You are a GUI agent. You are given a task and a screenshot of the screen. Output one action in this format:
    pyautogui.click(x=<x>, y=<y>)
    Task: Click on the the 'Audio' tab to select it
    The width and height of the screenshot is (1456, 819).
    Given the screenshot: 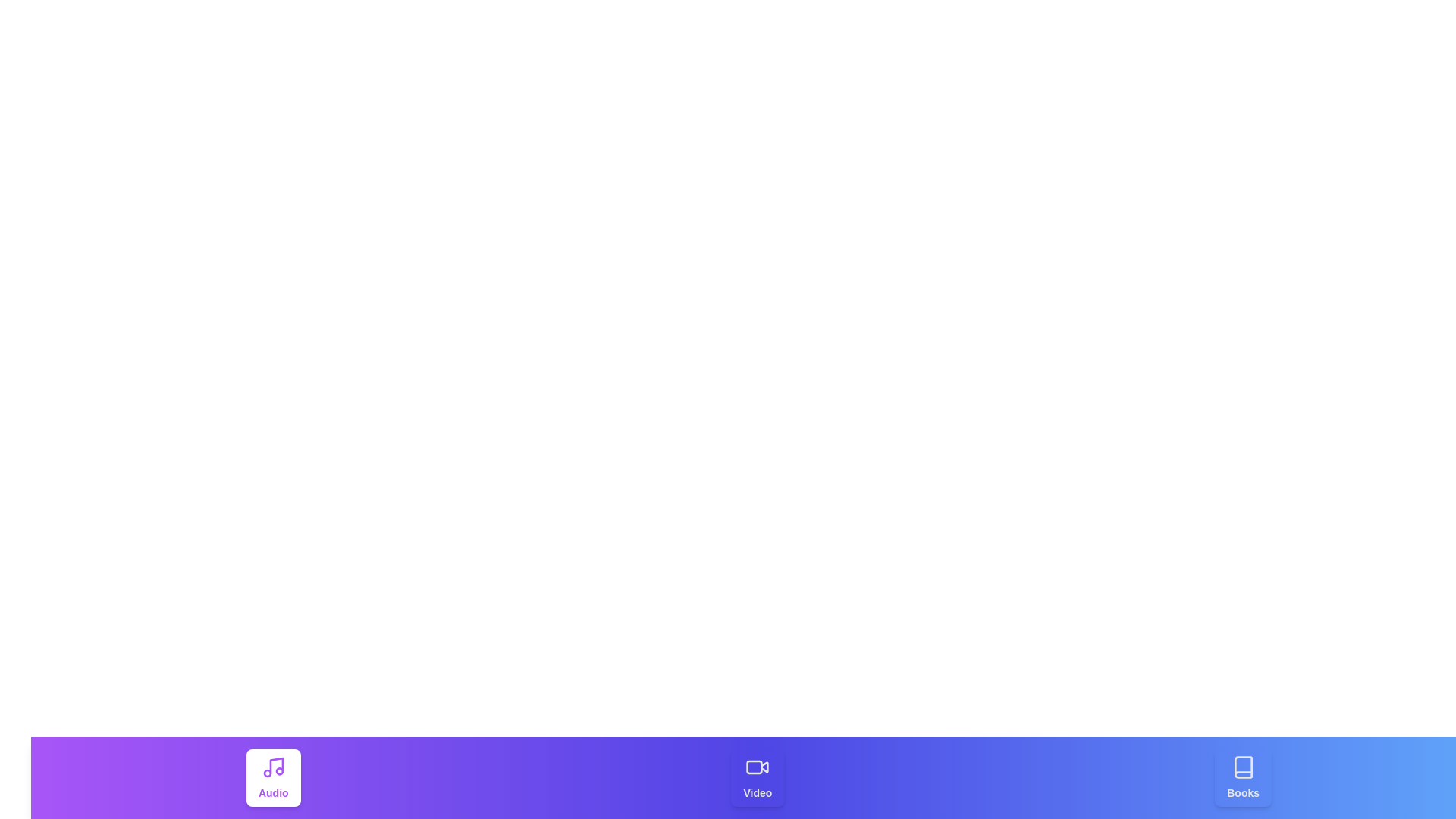 What is the action you would take?
    pyautogui.click(x=273, y=778)
    